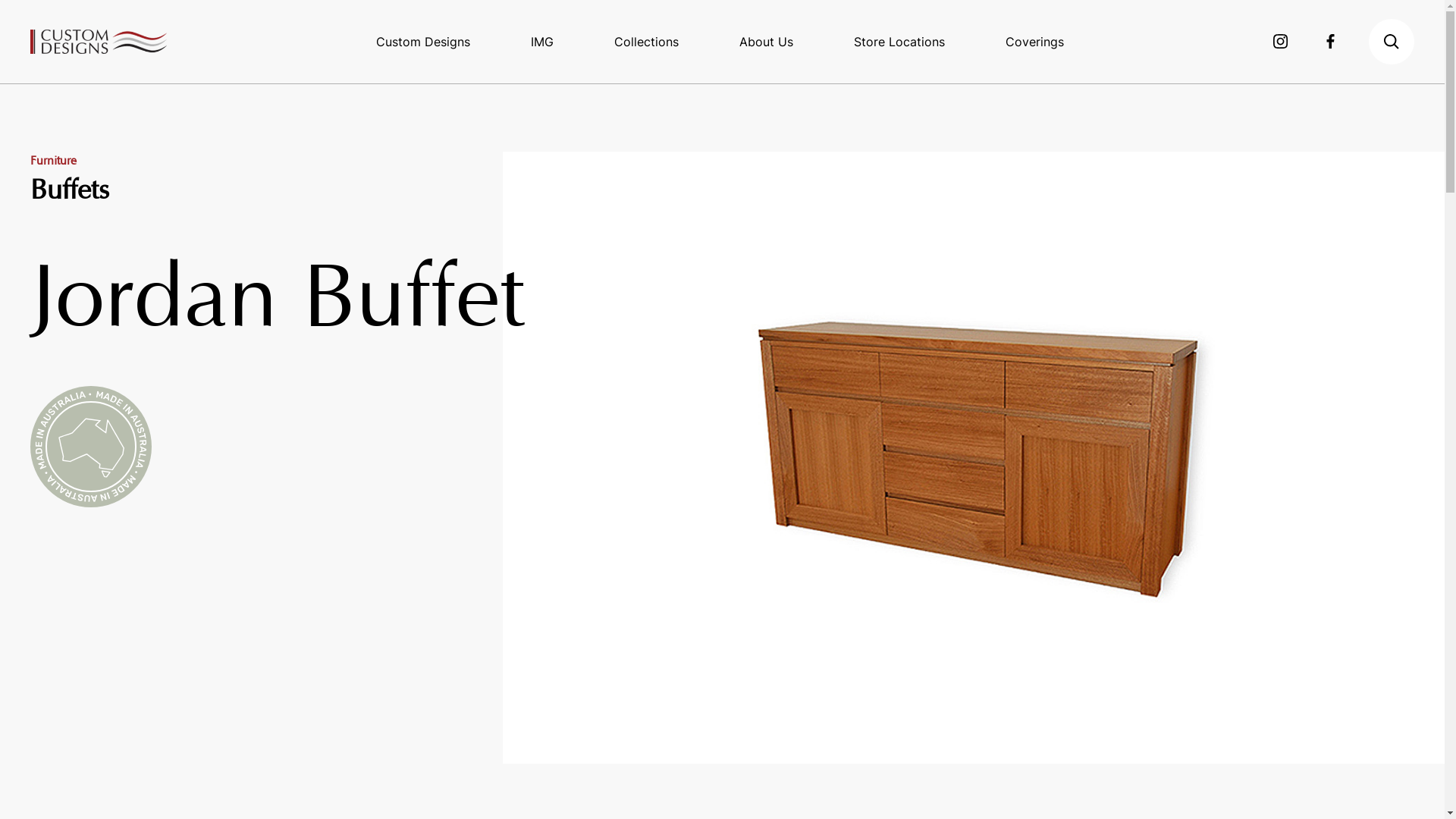 The image size is (1456, 819). I want to click on 'Collections', so click(646, 40).